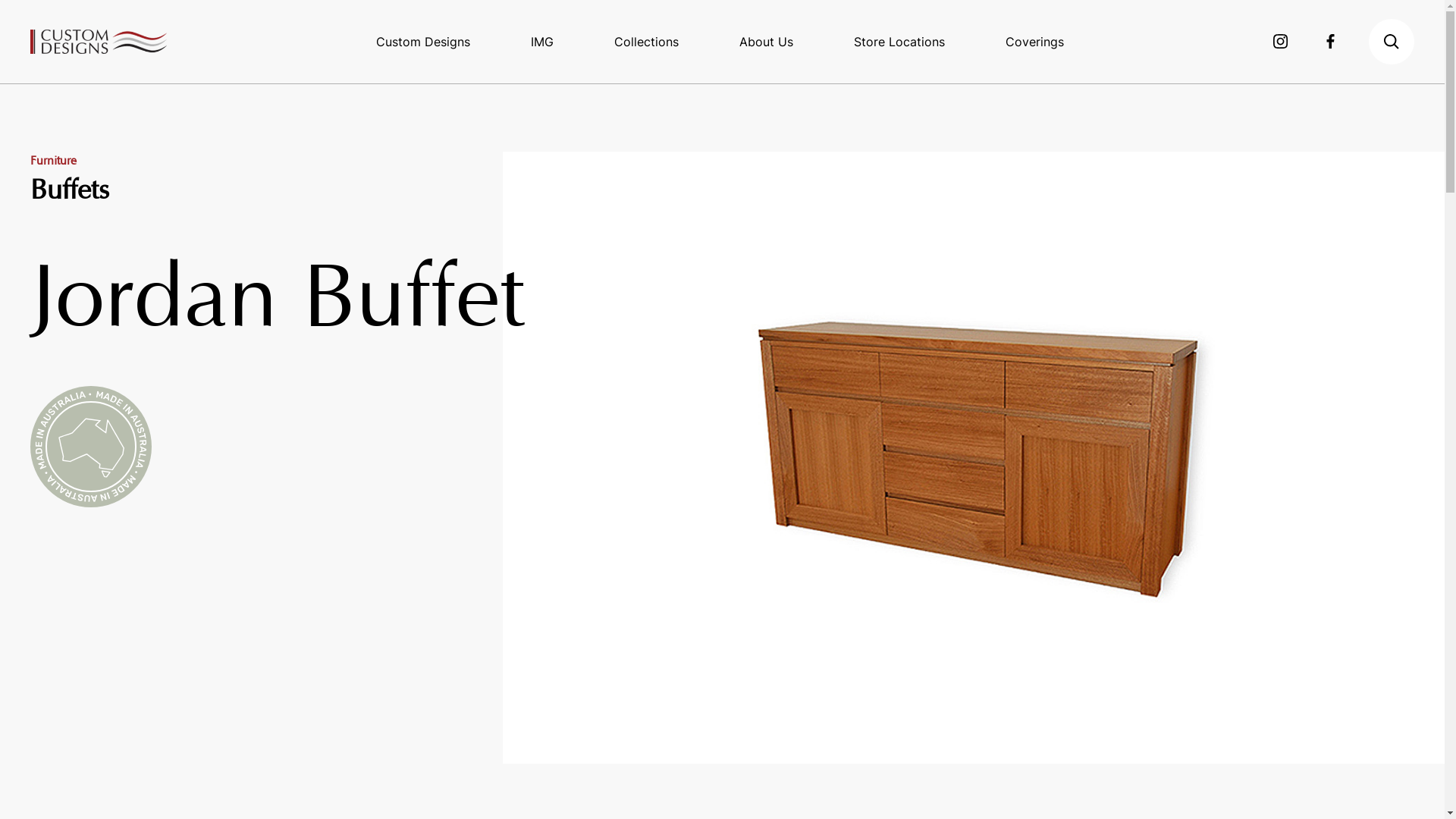 The image size is (1456, 819). I want to click on 'Collections', so click(646, 40).